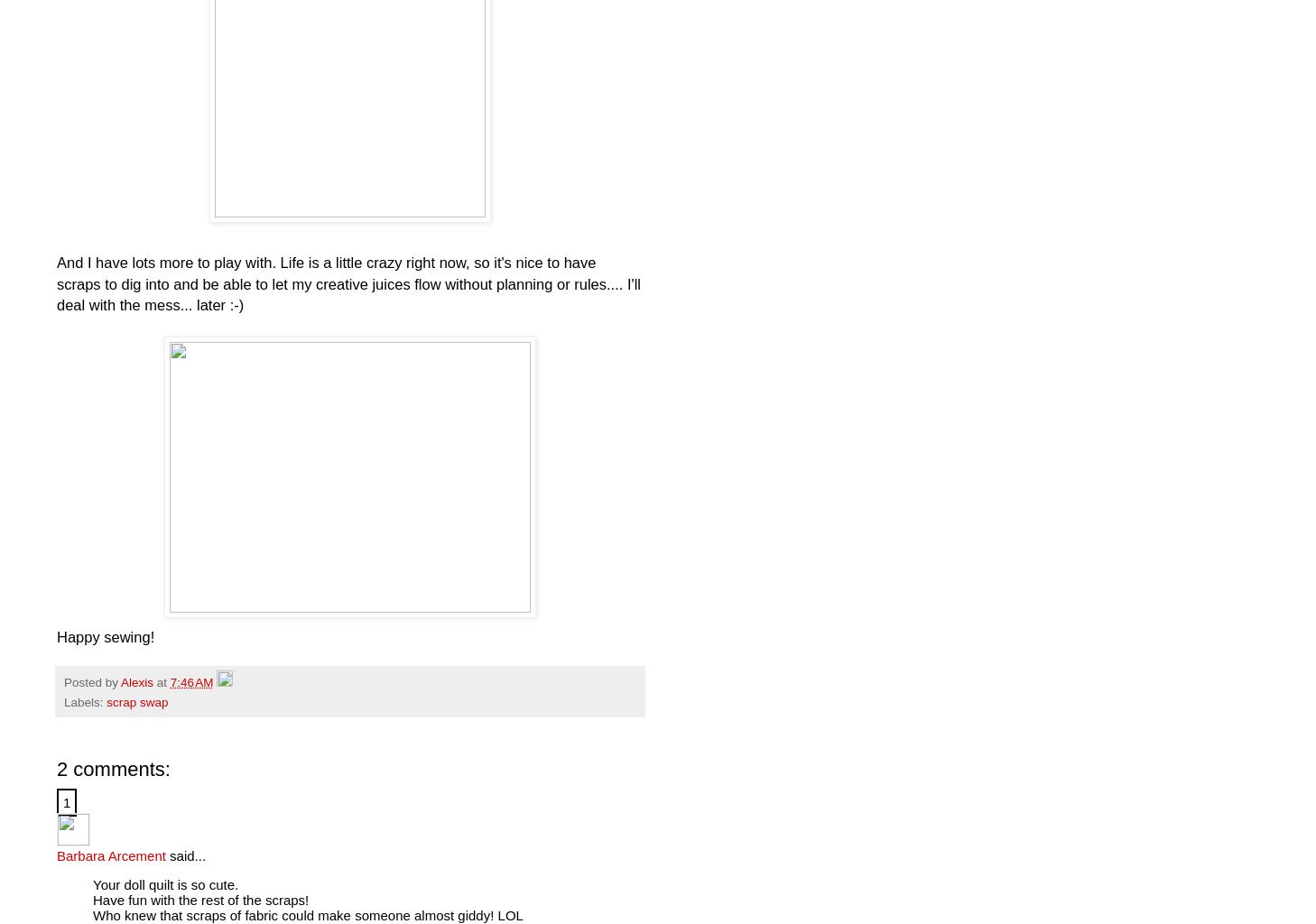 This screenshot has height=924, width=1316. Describe the element at coordinates (168, 680) in the screenshot. I see `'7:46 AM'` at that location.